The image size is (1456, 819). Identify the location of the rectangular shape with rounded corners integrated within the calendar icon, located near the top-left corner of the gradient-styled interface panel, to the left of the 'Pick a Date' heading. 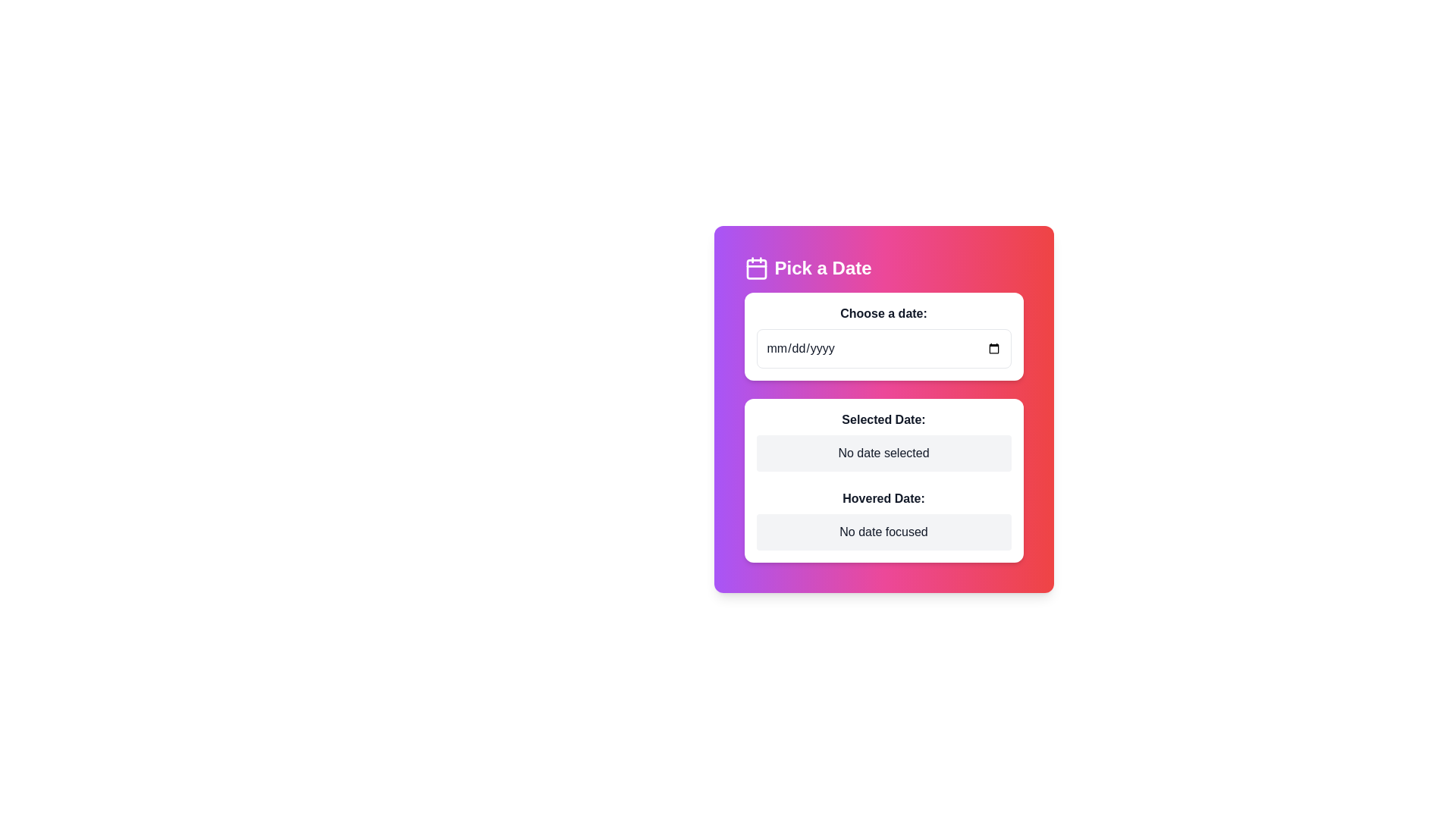
(756, 268).